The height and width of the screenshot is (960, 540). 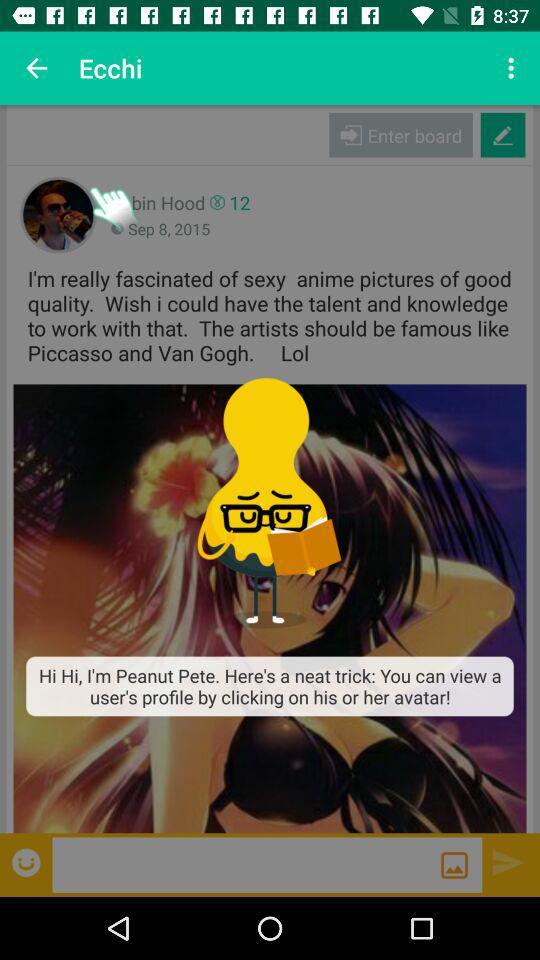 What do you see at coordinates (270, 607) in the screenshot?
I see `open picture full screen` at bounding box center [270, 607].